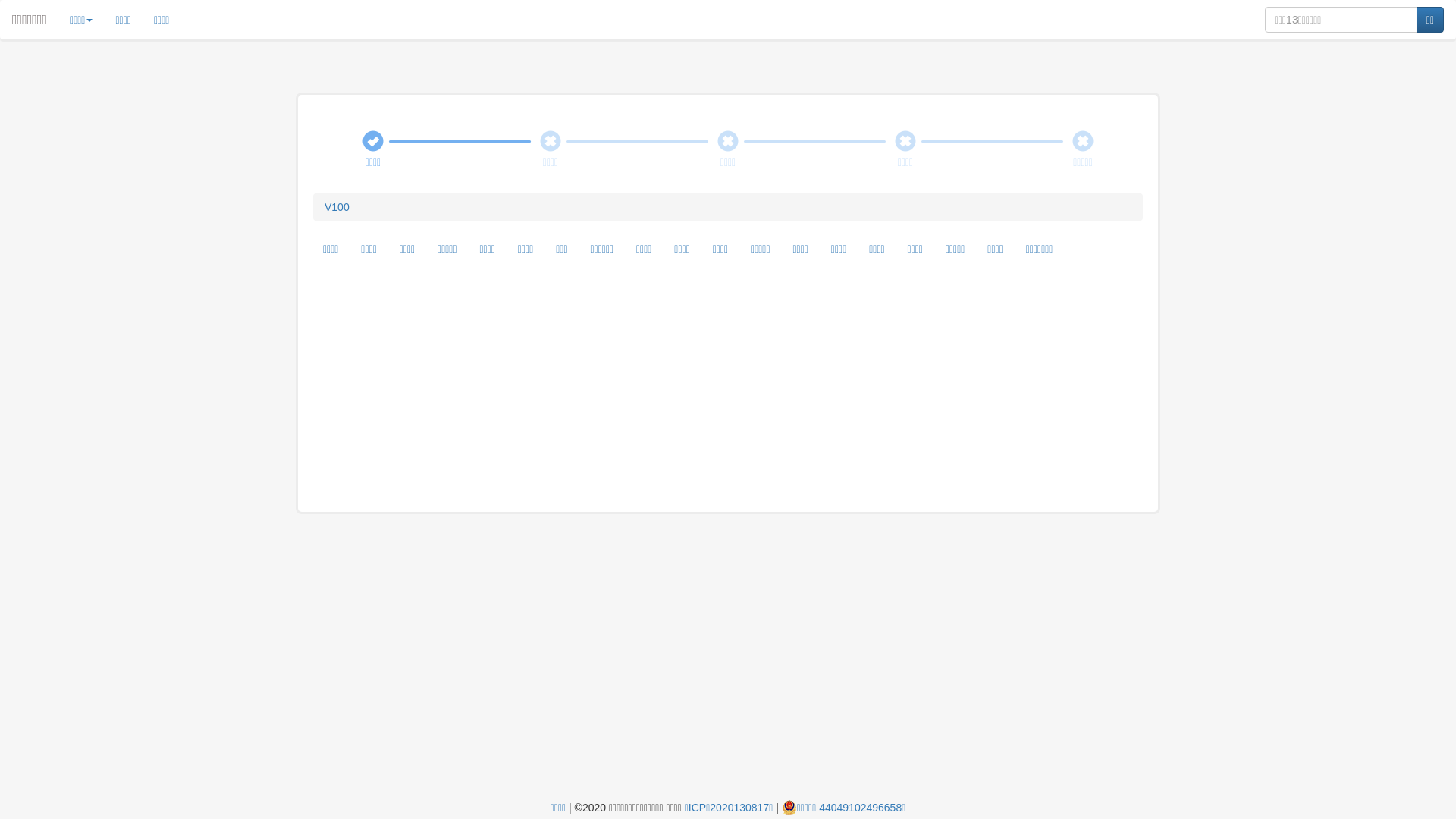  Describe the element at coordinates (336, 207) in the screenshot. I see `'V100'` at that location.